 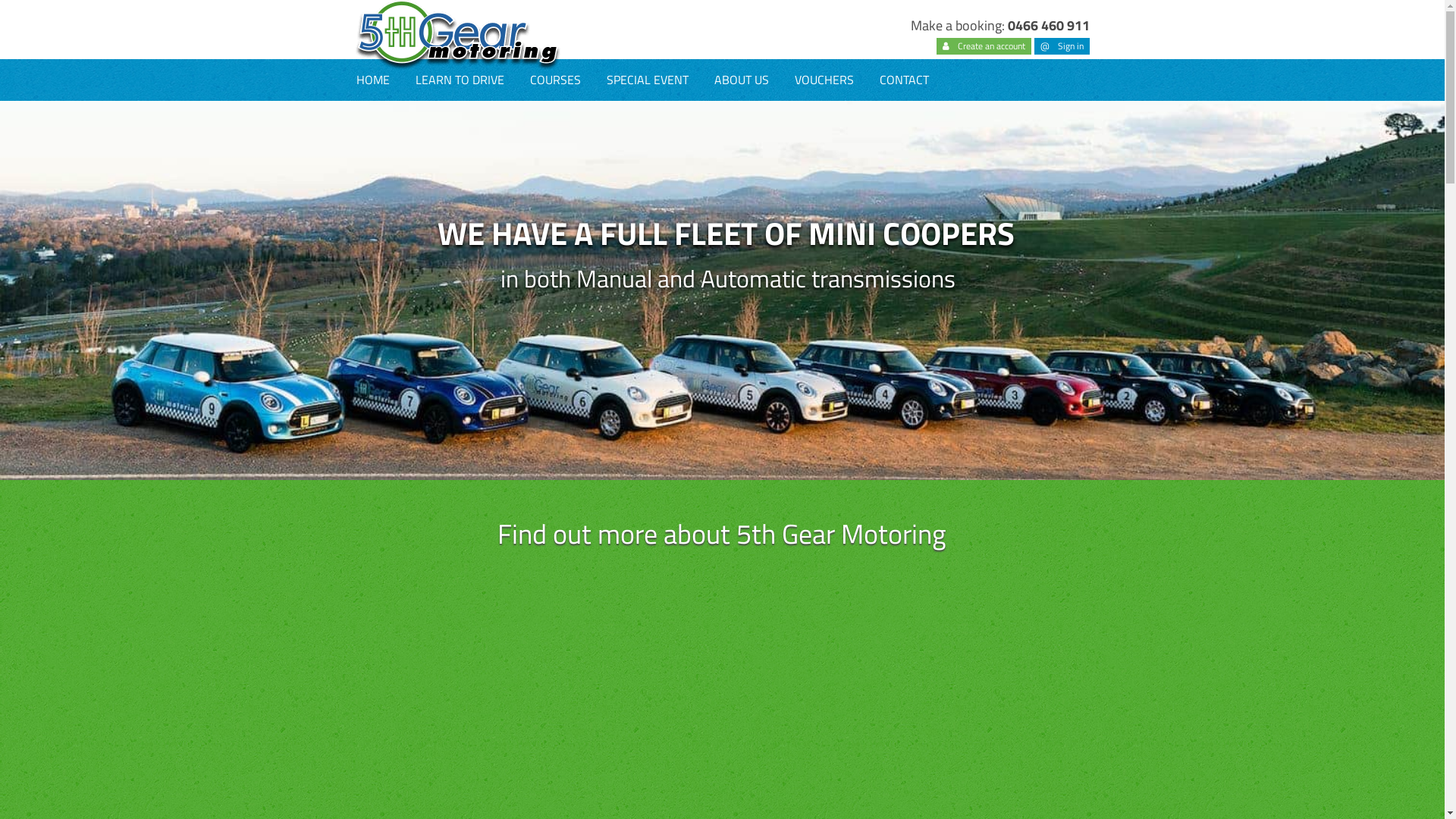 I want to click on 'SPECIAL EVENT', so click(x=592, y=80).